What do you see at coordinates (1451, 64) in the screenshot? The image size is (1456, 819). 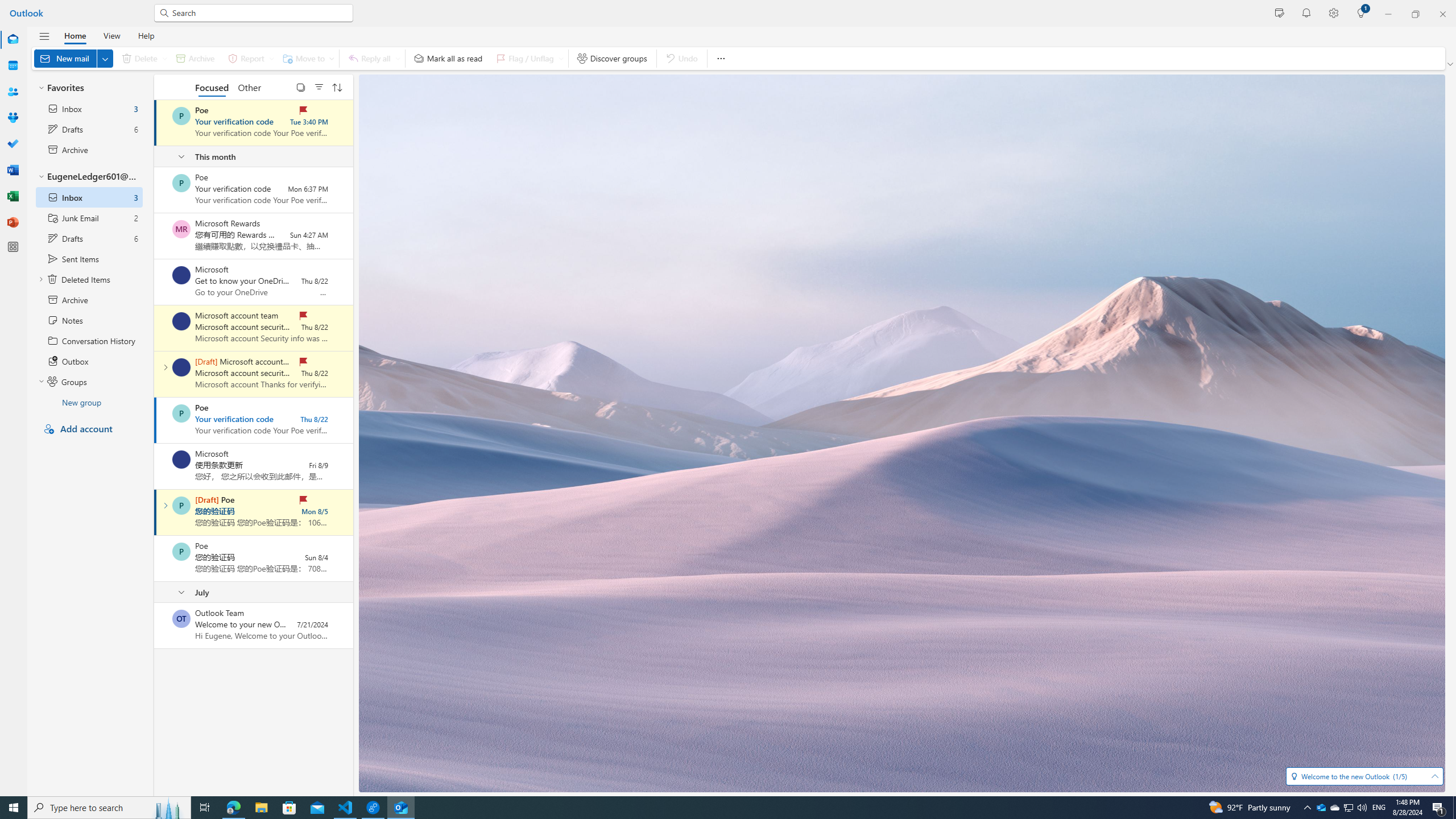 I see `'Ribbon display options'` at bounding box center [1451, 64].